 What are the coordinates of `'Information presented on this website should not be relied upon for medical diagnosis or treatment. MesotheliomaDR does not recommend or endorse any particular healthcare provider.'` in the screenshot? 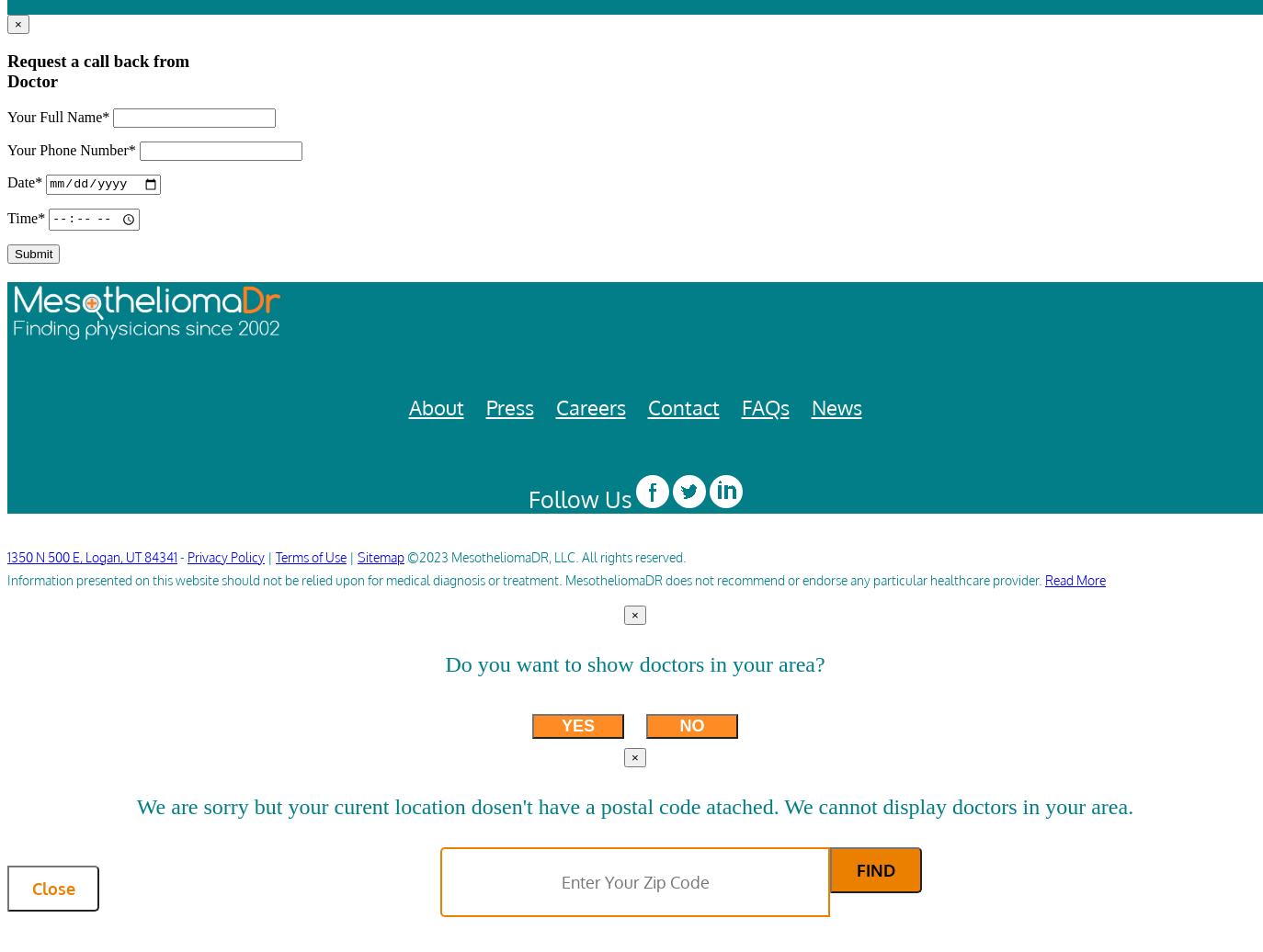 It's located at (526, 580).